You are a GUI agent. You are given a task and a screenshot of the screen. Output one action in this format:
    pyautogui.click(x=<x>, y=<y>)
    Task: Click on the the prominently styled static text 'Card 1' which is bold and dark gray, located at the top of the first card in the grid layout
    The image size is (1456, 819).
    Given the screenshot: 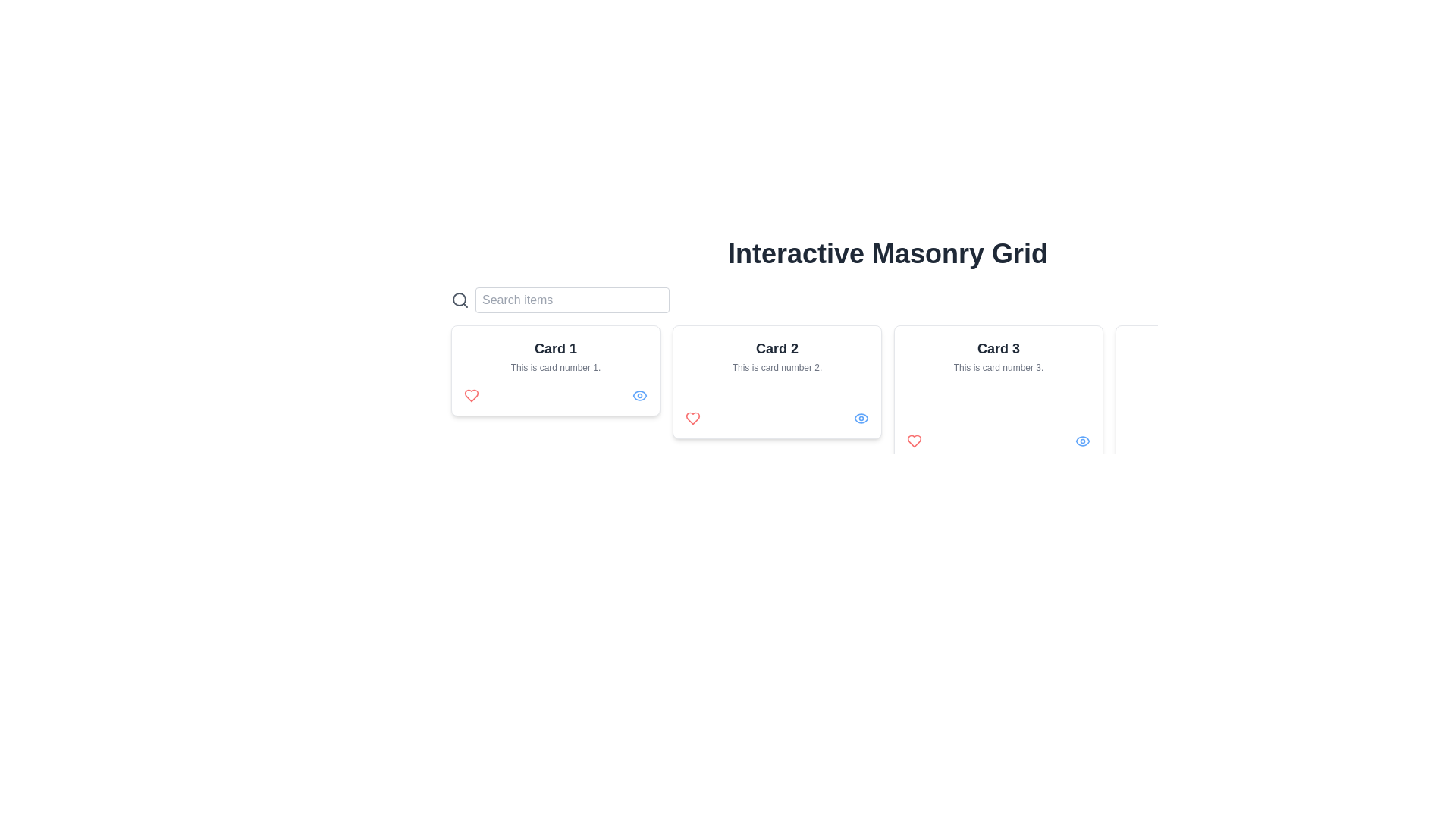 What is the action you would take?
    pyautogui.click(x=555, y=348)
    